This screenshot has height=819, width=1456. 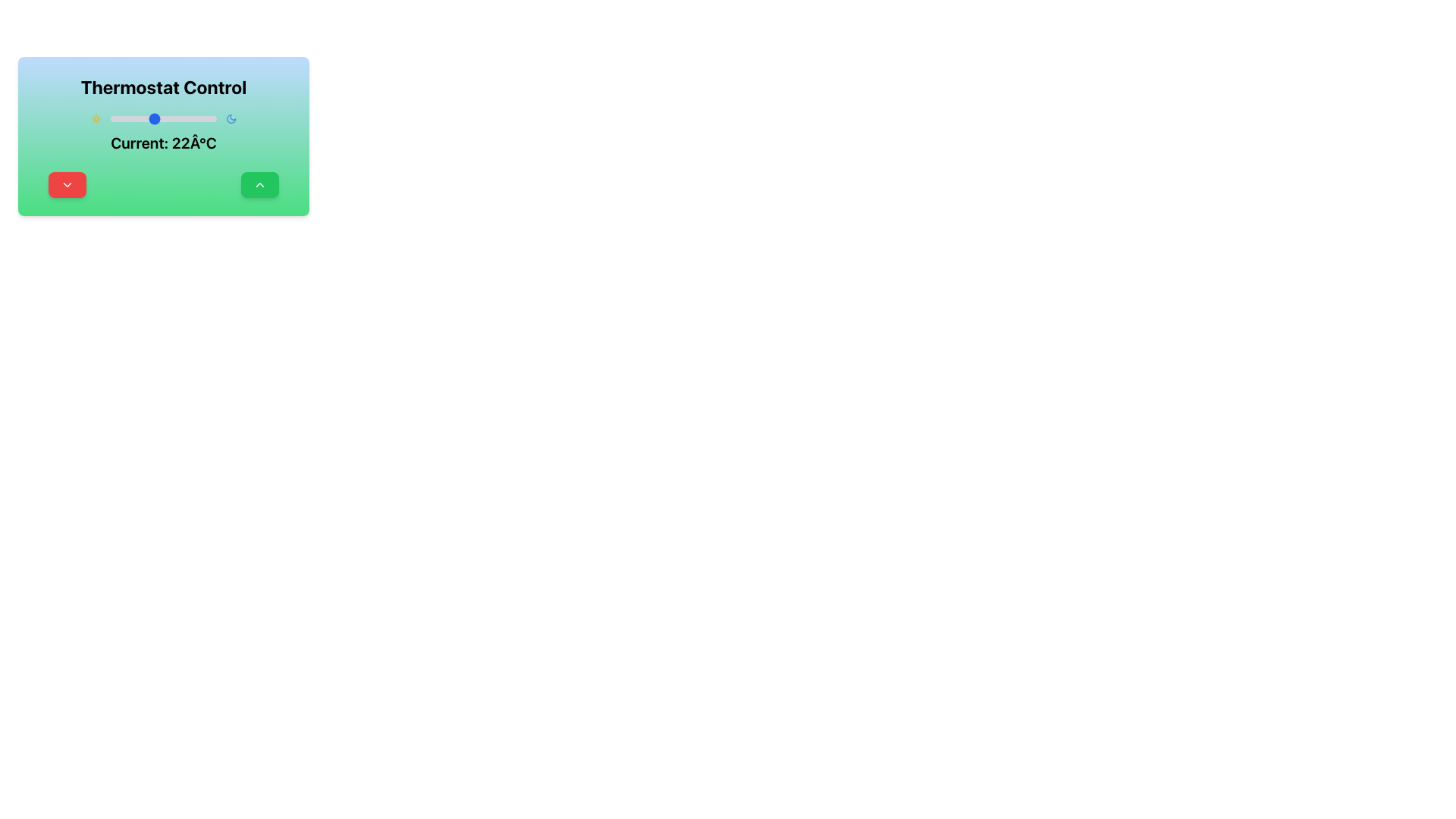 What do you see at coordinates (164, 118) in the screenshot?
I see `temperature` at bounding box center [164, 118].